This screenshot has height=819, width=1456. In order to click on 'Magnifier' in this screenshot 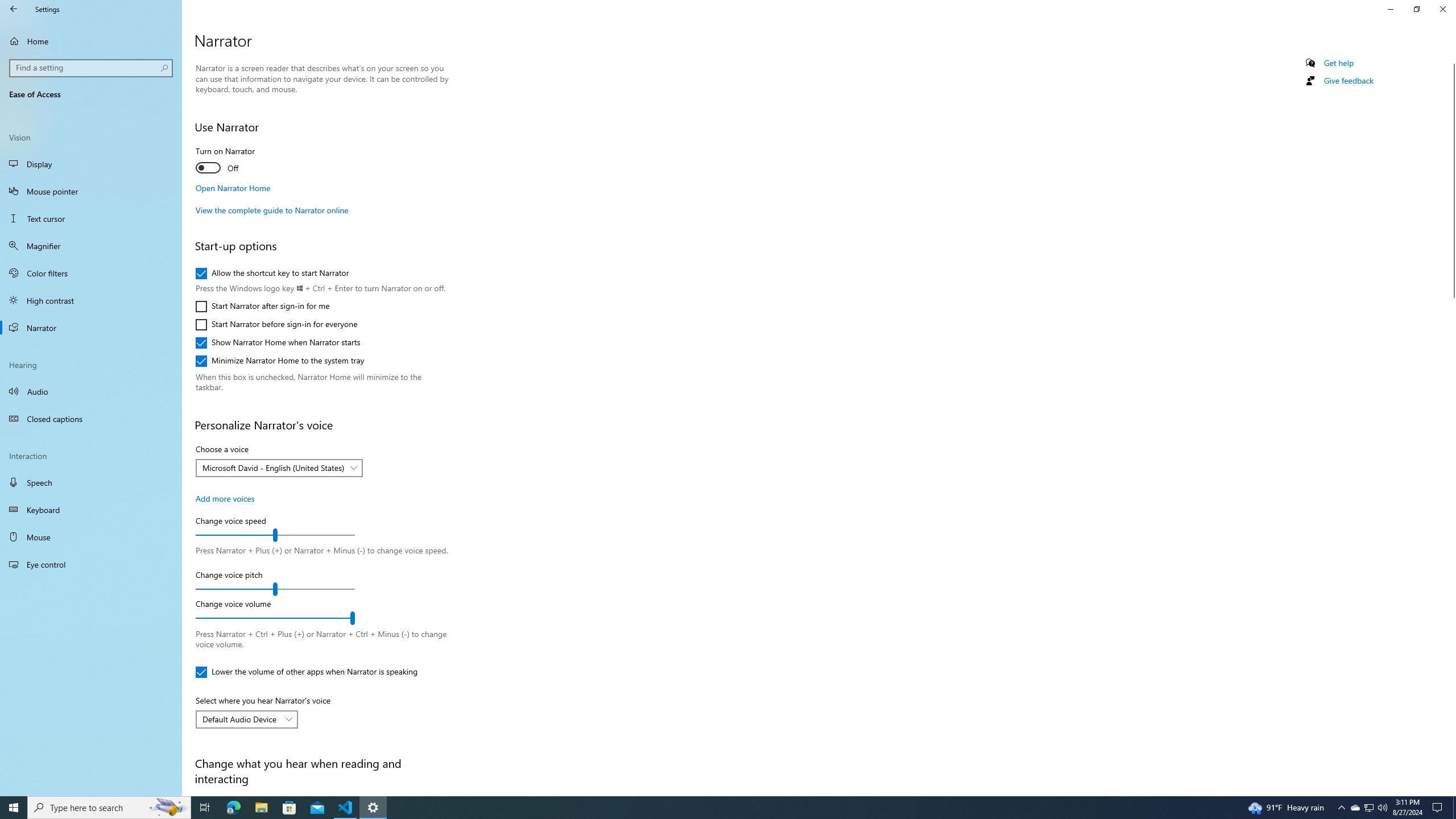, I will do `click(90, 246)`.